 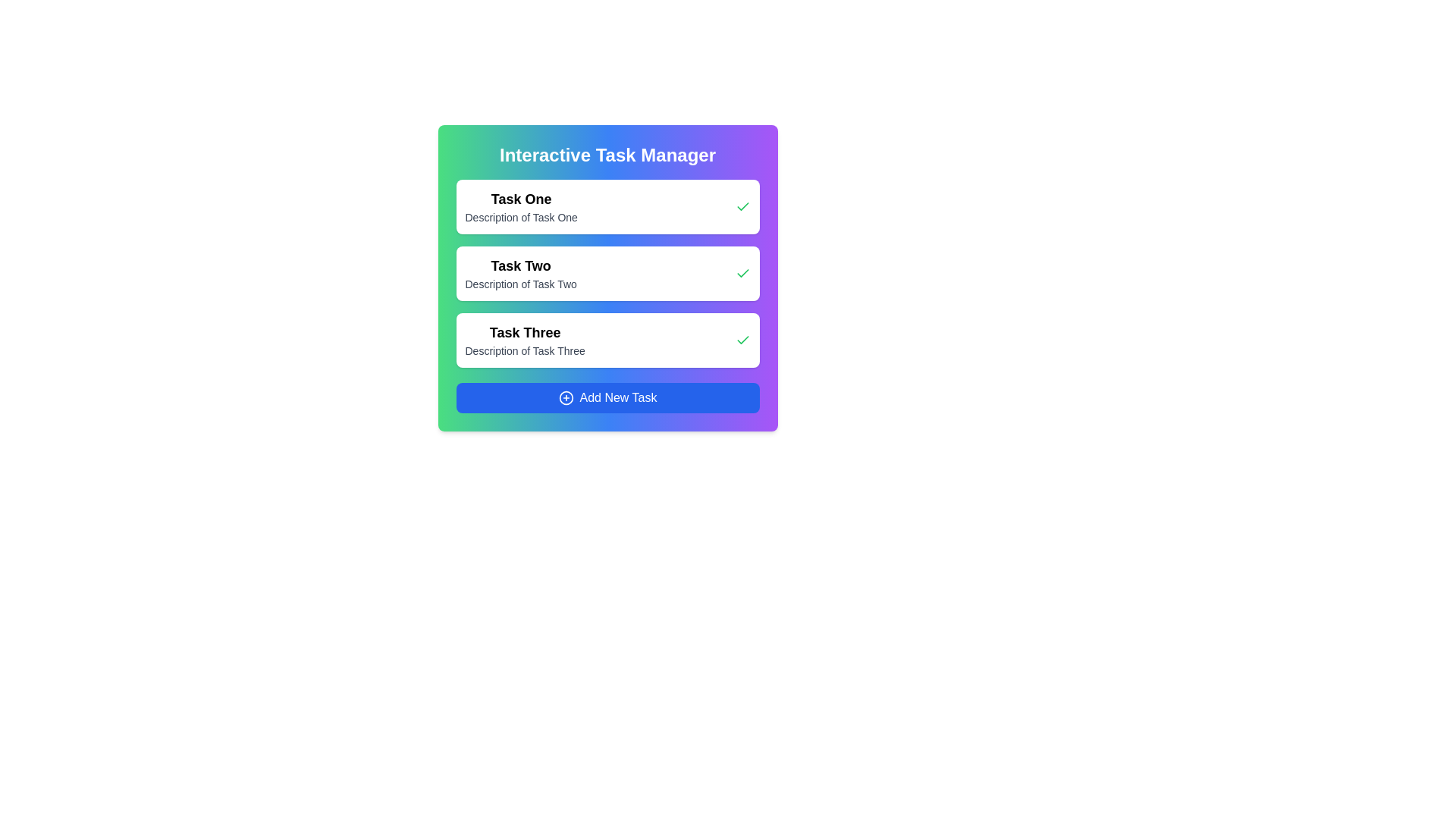 What do you see at coordinates (742, 339) in the screenshot?
I see `the Checkmark Icon, which indicates the completion of 'Task Three', positioned on the right side of its task box` at bounding box center [742, 339].